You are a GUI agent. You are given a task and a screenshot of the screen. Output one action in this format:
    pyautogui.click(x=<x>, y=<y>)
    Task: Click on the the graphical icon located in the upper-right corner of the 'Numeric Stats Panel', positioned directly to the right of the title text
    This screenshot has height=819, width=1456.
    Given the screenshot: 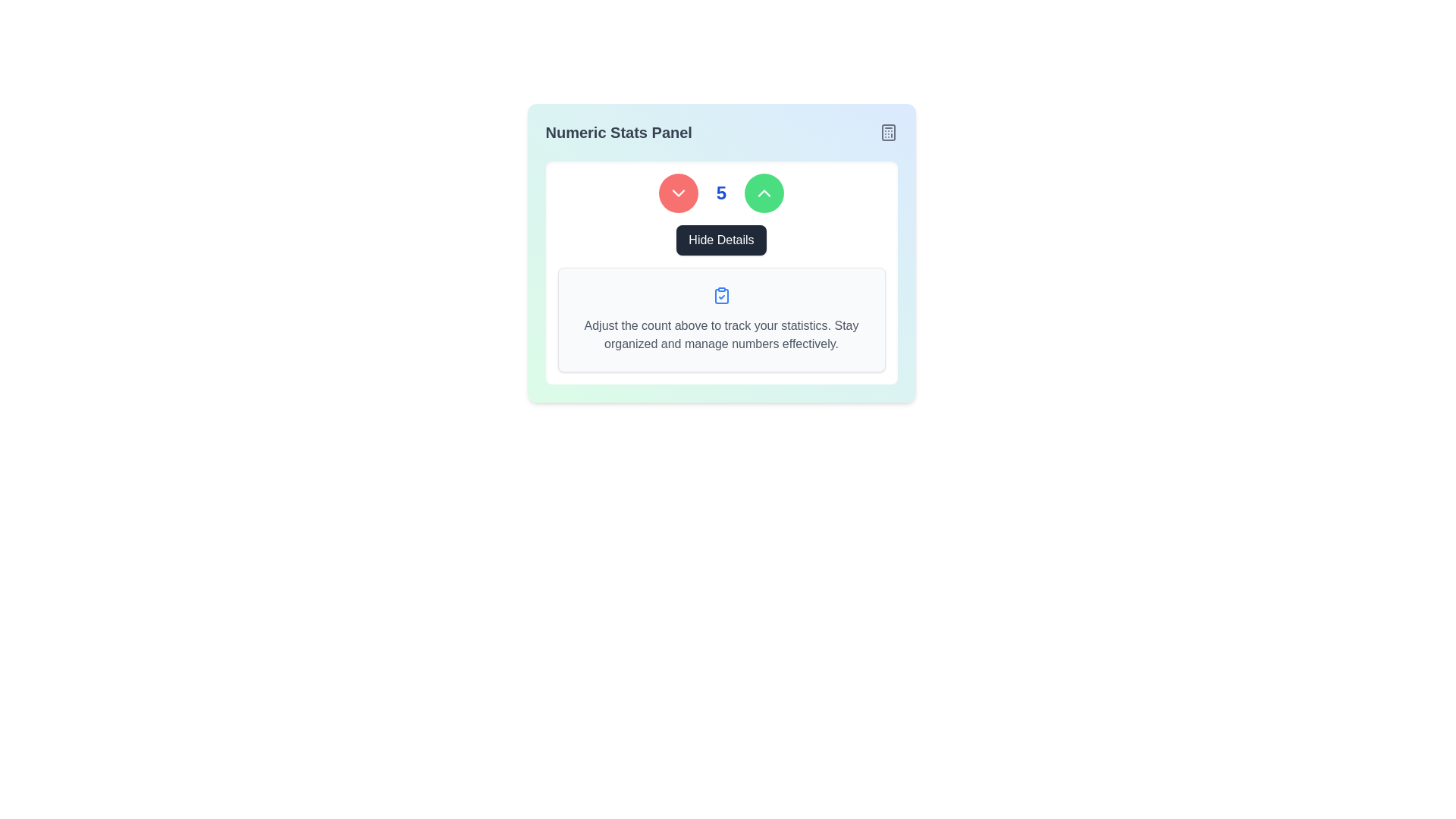 What is the action you would take?
    pyautogui.click(x=888, y=131)
    